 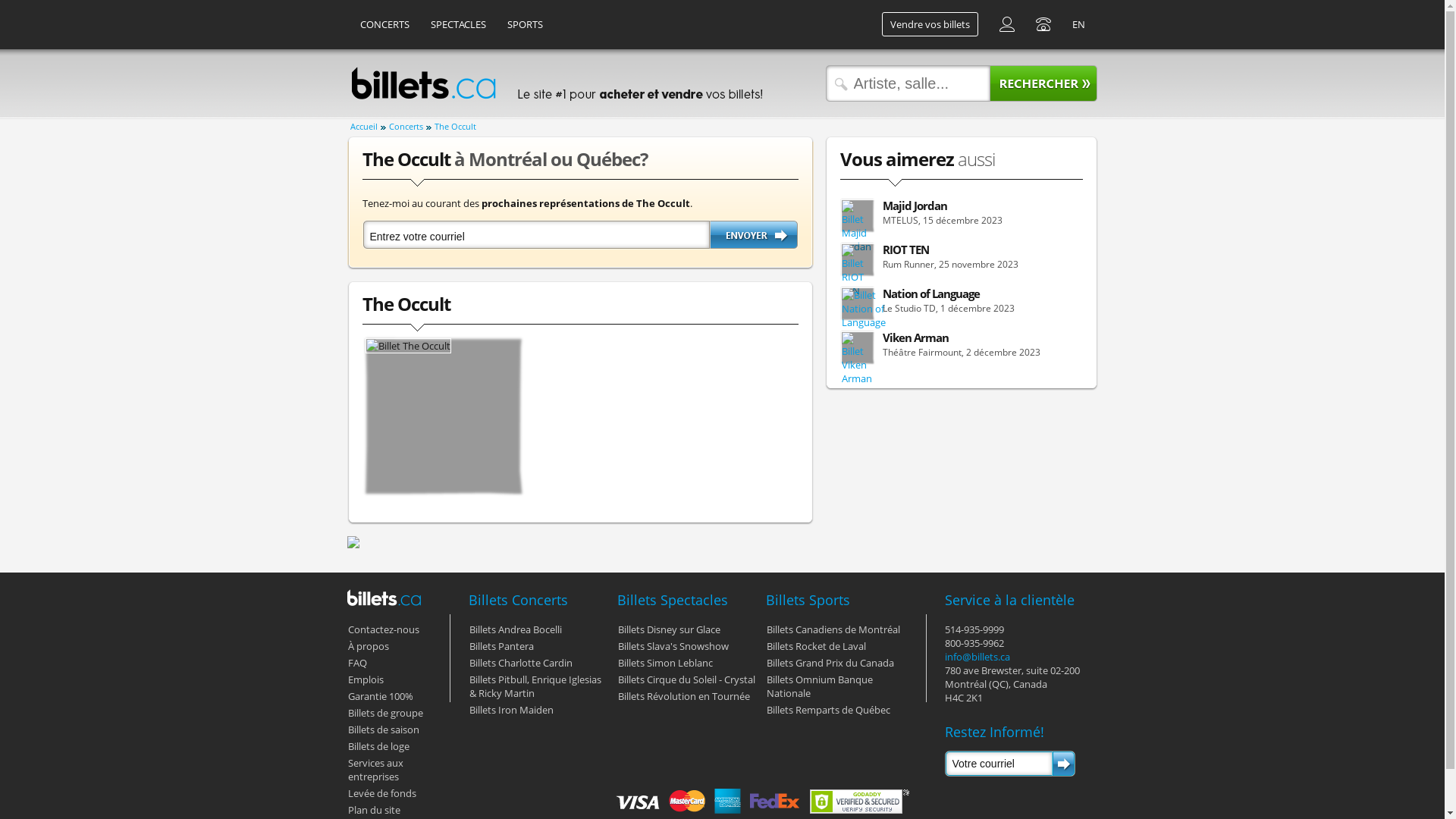 I want to click on 'SPORTS', so click(x=497, y=24).